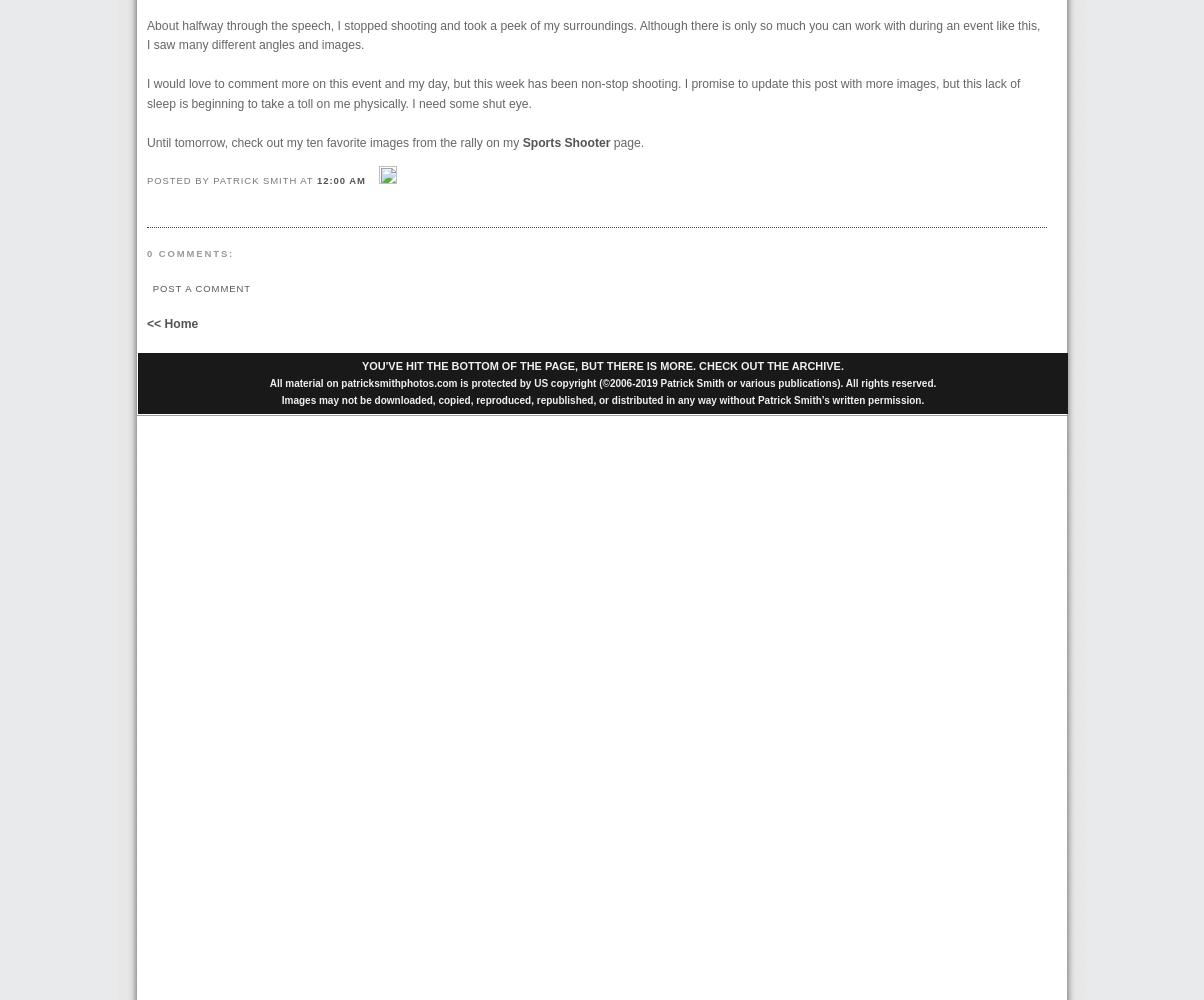 Image resolution: width=1204 pixels, height=1000 pixels. I want to click on 'ARCHIVE', so click(790, 364).